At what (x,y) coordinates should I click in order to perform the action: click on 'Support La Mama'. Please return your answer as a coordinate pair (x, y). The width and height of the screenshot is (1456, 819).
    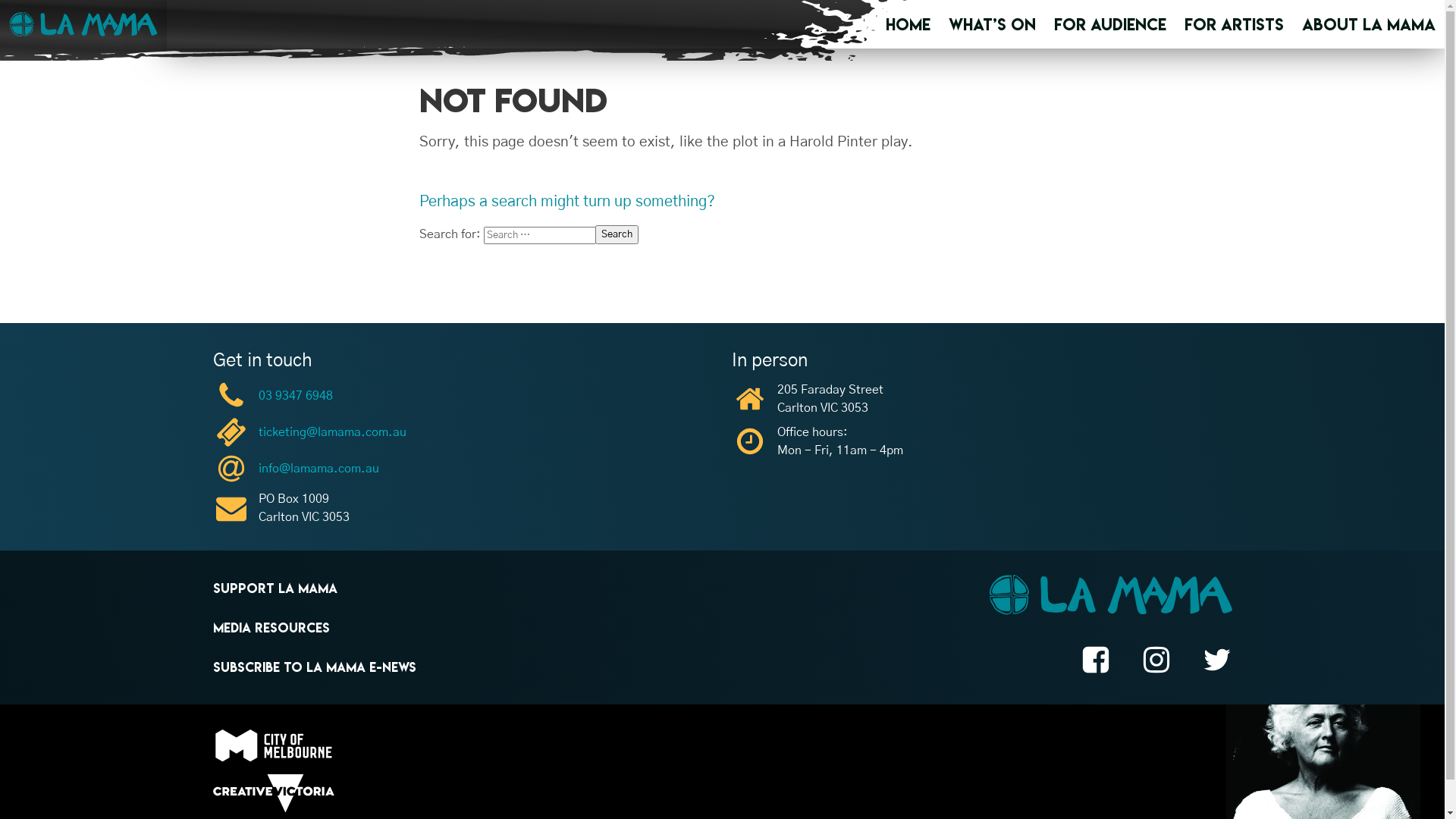
    Looking at the image, I should click on (274, 587).